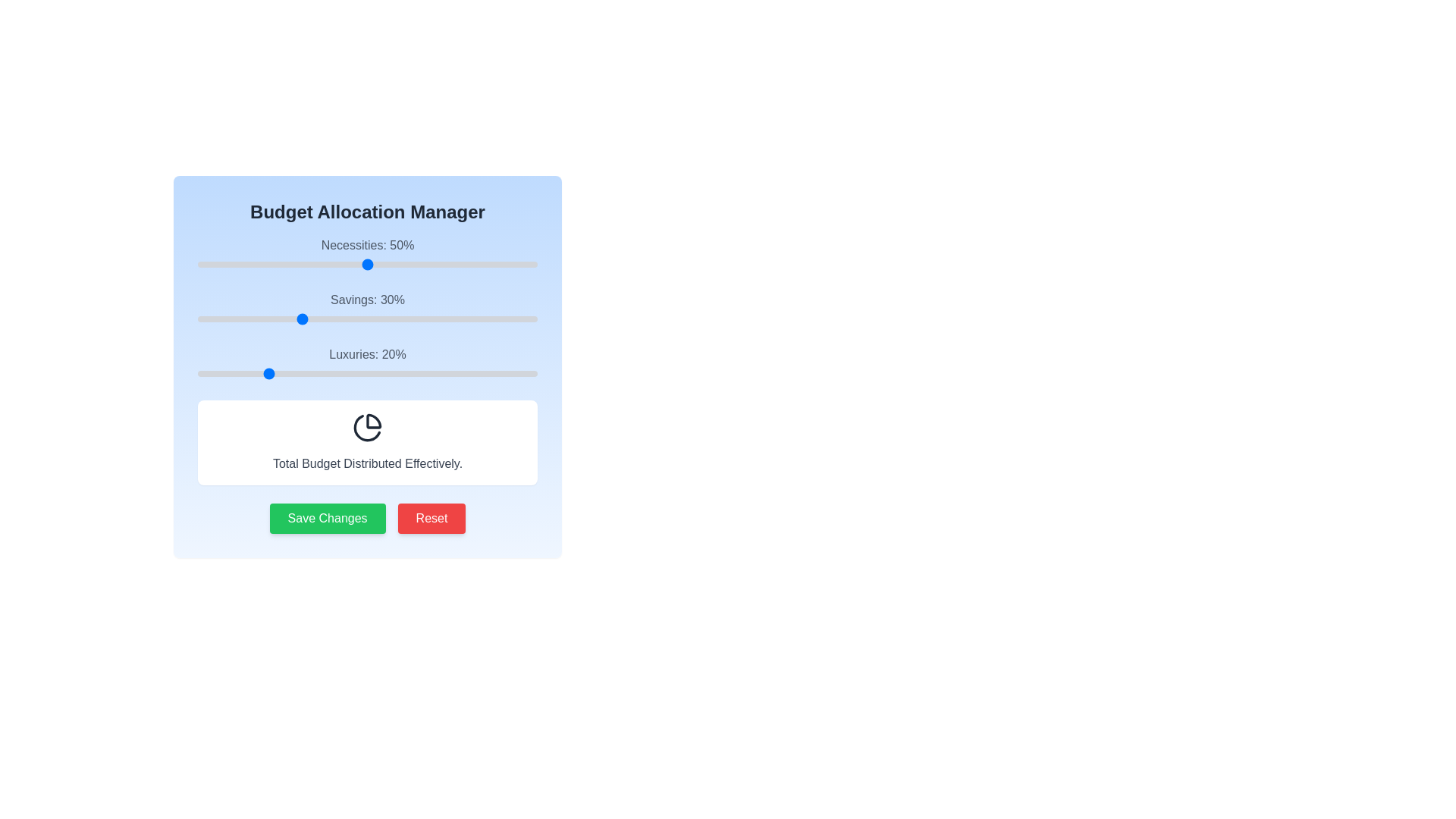 The width and height of the screenshot is (1456, 819). I want to click on the savings percentage, so click(401, 318).